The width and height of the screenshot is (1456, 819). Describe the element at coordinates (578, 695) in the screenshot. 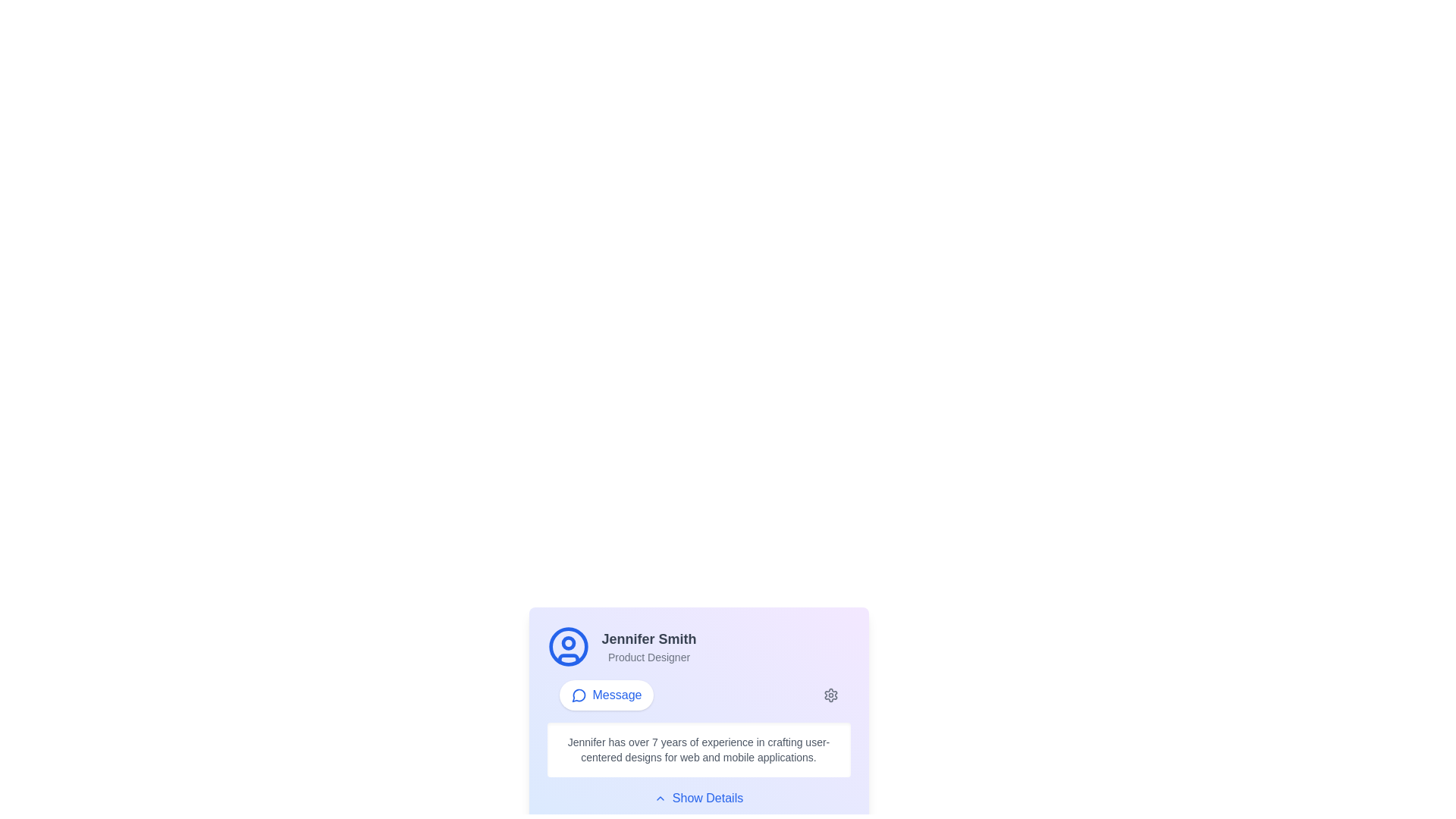

I see `the circular message bubble icon with a blue outline and a white interior, located inside the 'Message' button, positioned in the lower section of the user details card` at that location.